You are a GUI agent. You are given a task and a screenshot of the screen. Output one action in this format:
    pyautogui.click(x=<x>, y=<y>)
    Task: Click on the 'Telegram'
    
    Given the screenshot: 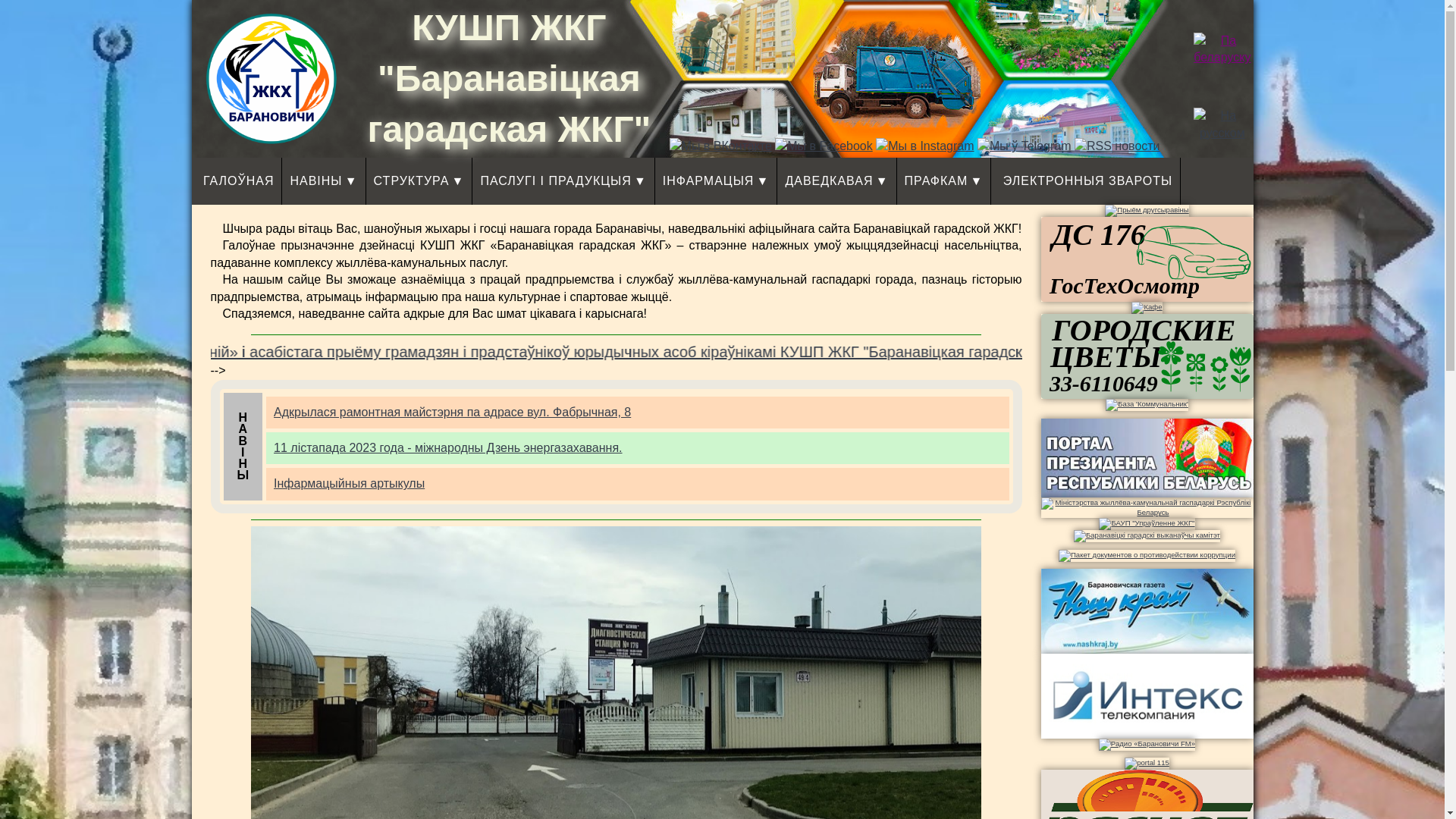 What is the action you would take?
    pyautogui.click(x=1024, y=146)
    